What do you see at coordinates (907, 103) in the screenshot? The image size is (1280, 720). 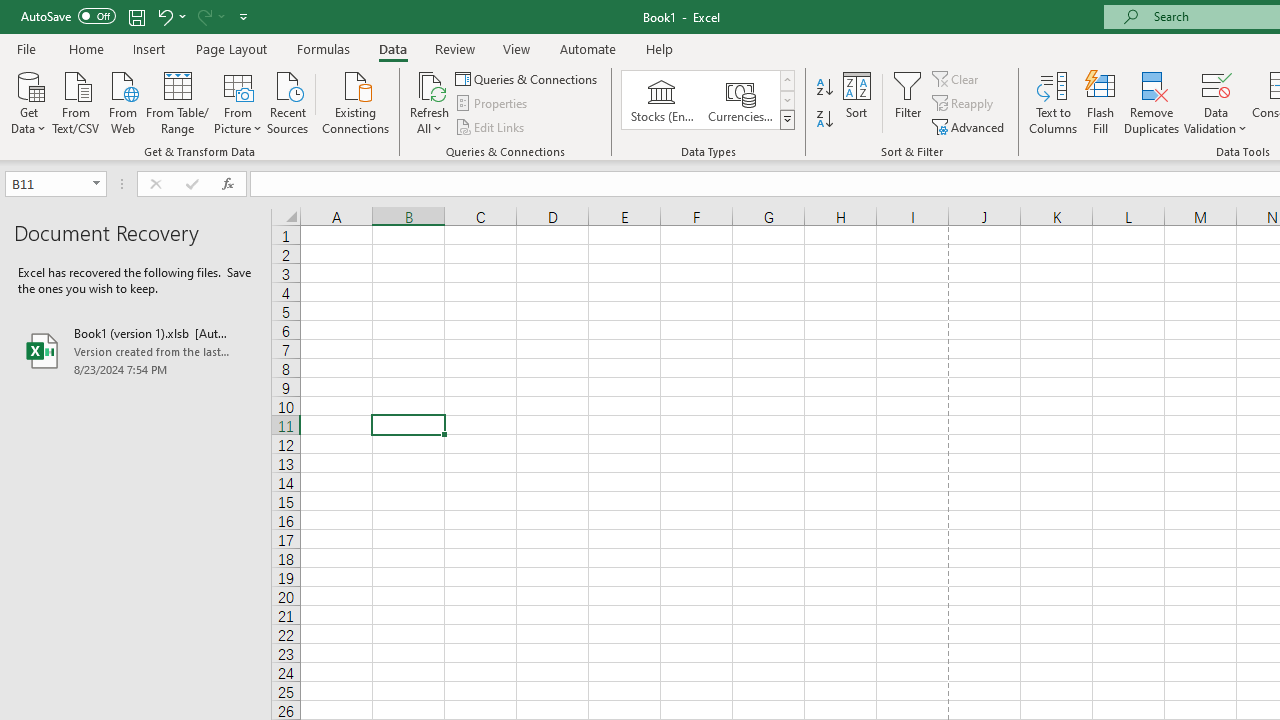 I see `'Filter'` at bounding box center [907, 103].